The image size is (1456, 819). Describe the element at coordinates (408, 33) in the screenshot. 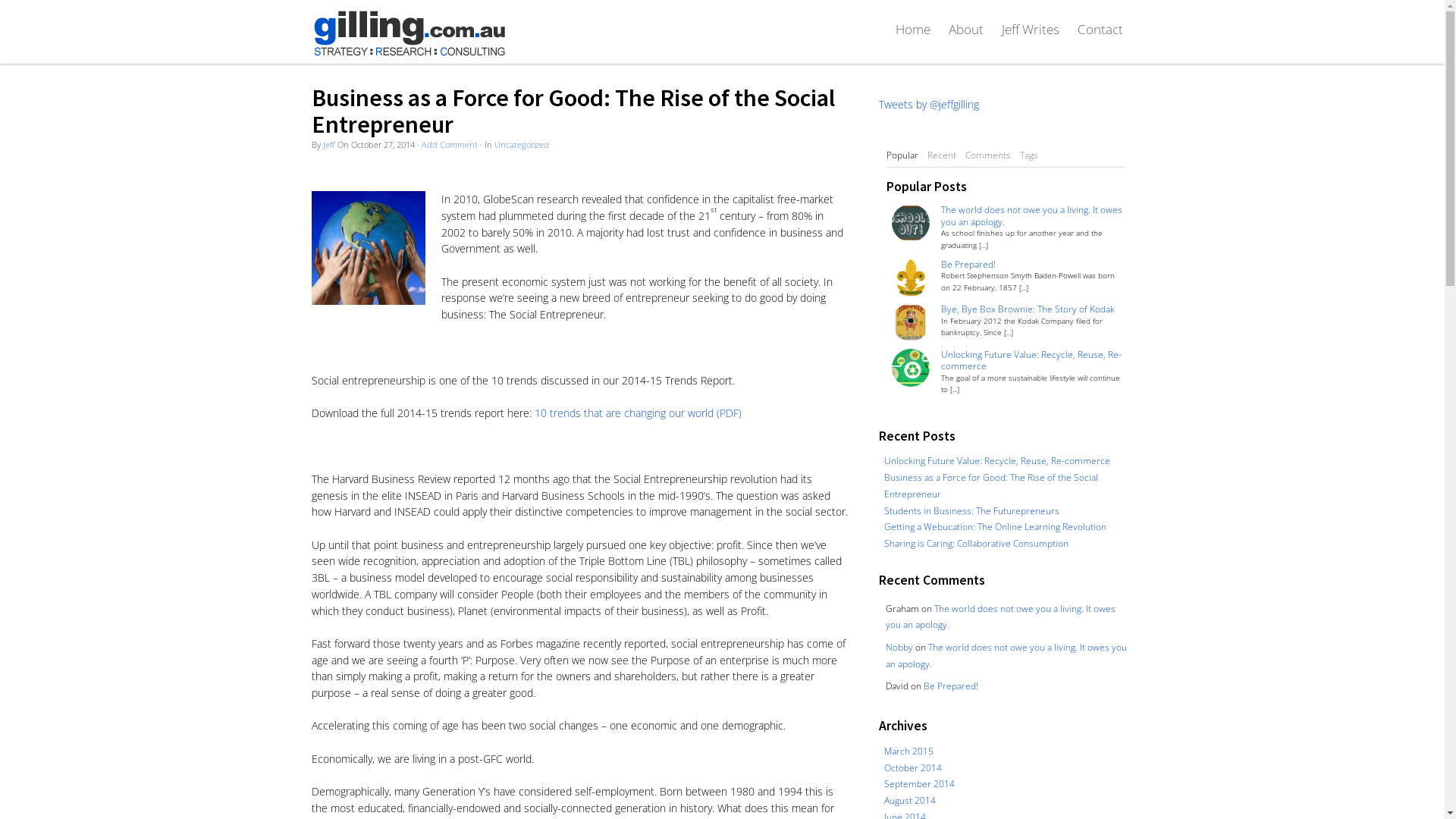

I see `'gilling.com.au'` at that location.